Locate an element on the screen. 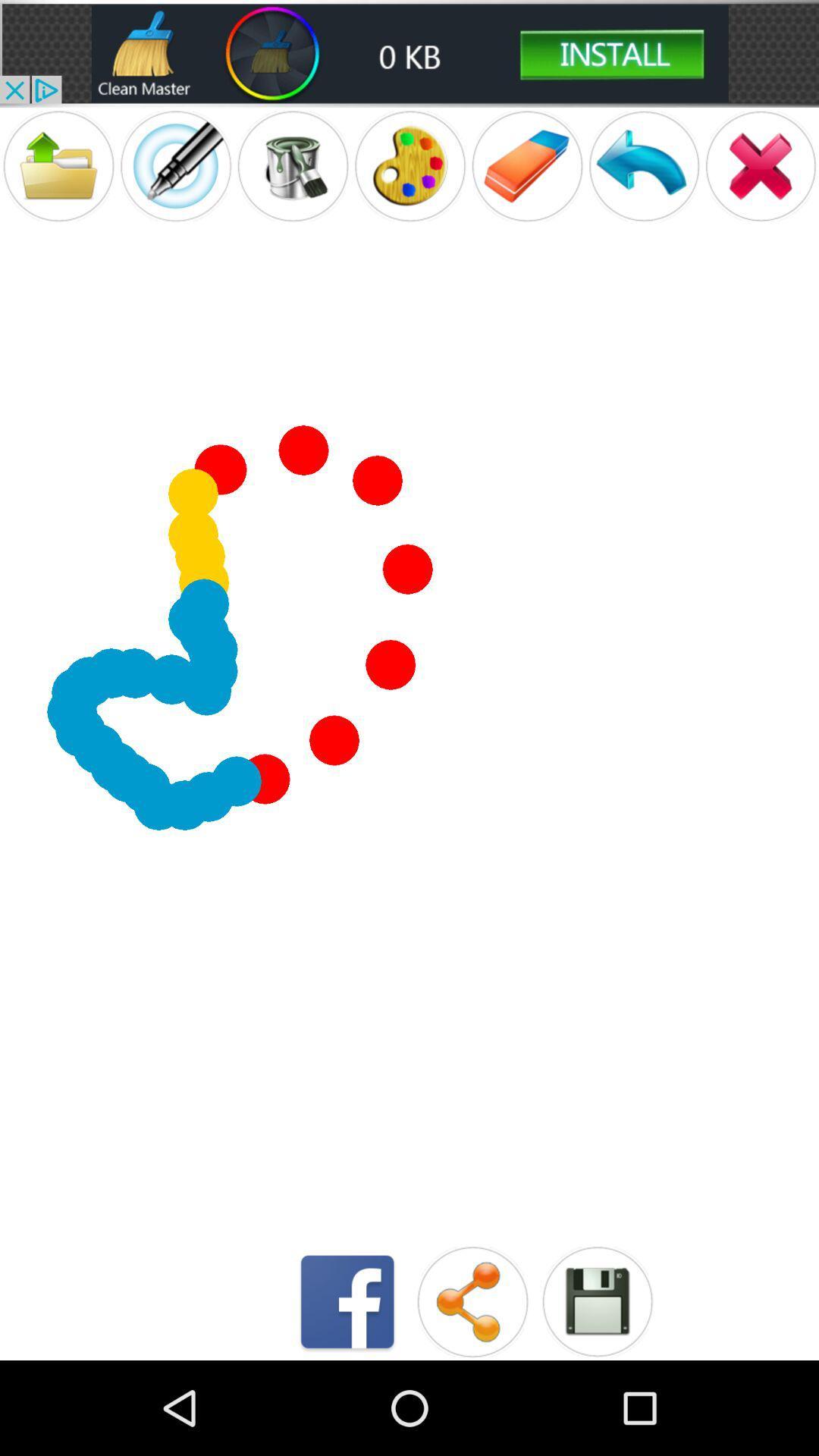 The height and width of the screenshot is (1456, 819). the share icon is located at coordinates (472, 1393).